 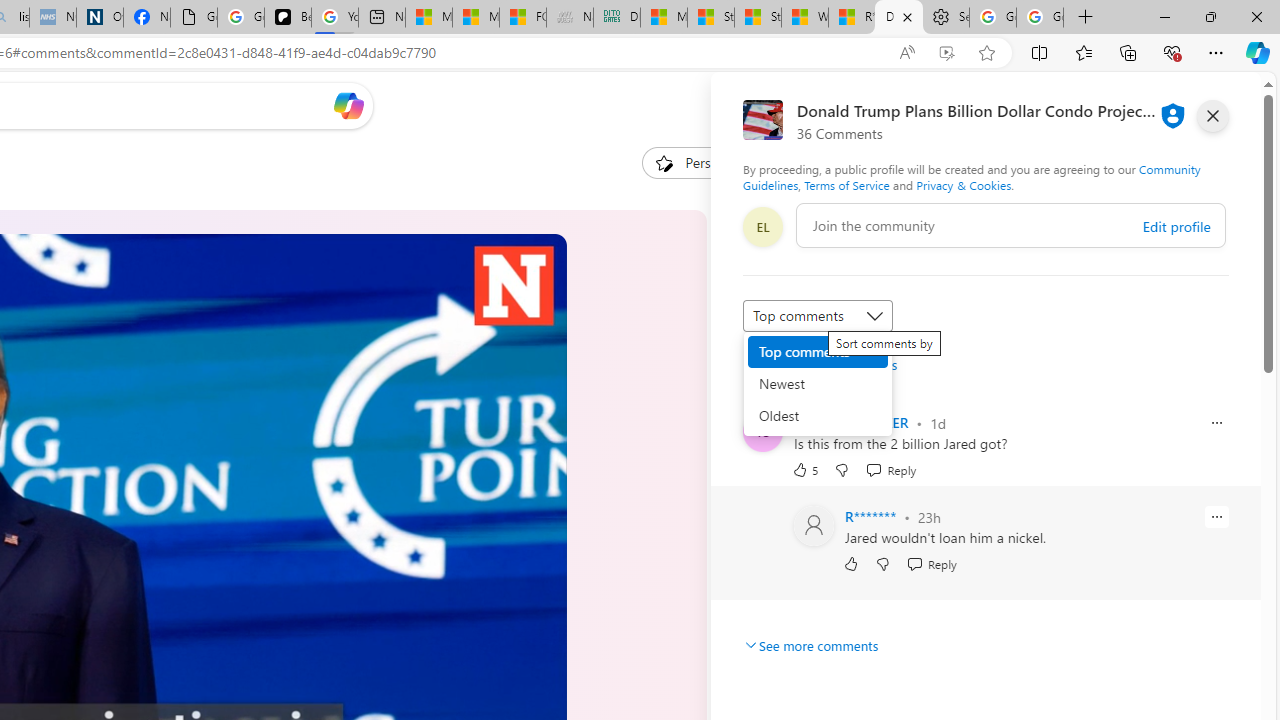 I want to click on 'R******* | Trusted Community Engagement and Contributions', so click(x=852, y=17).